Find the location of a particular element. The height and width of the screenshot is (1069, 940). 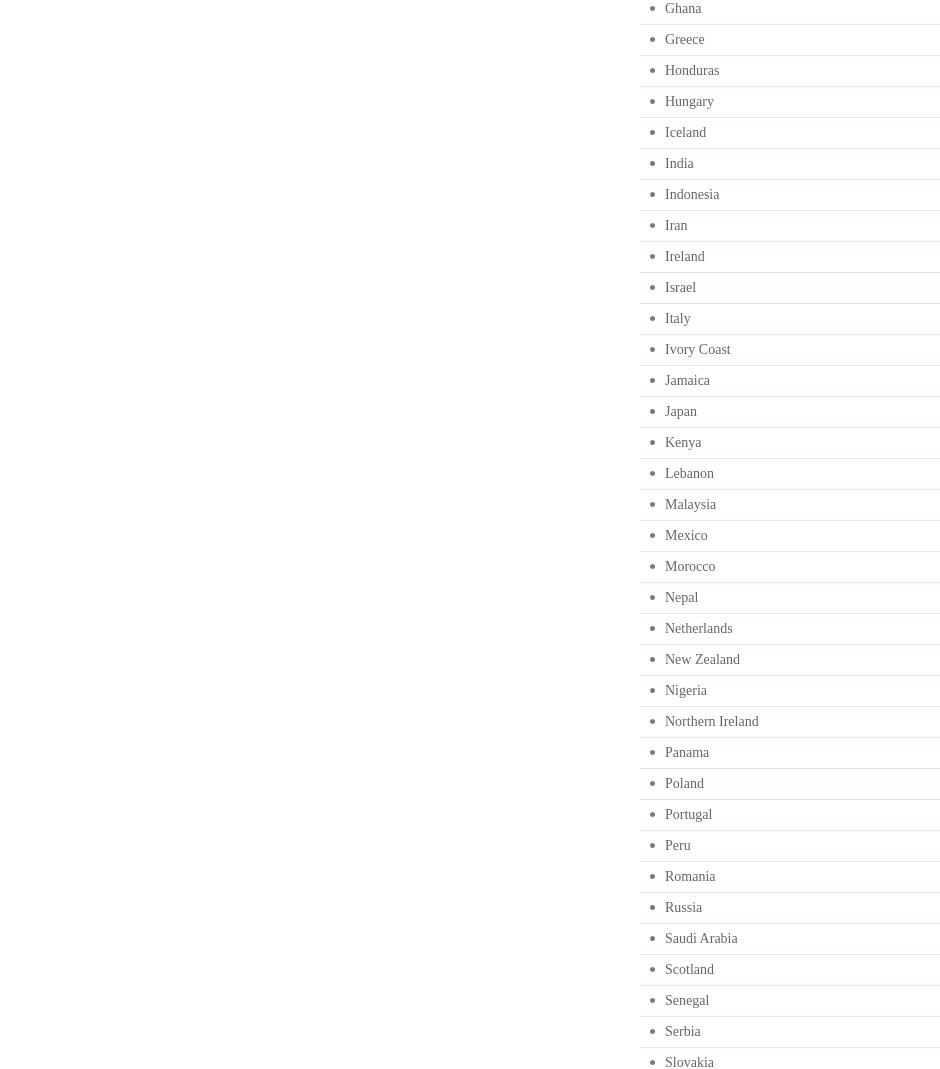

'Saudi Arabia' is located at coordinates (699, 937).